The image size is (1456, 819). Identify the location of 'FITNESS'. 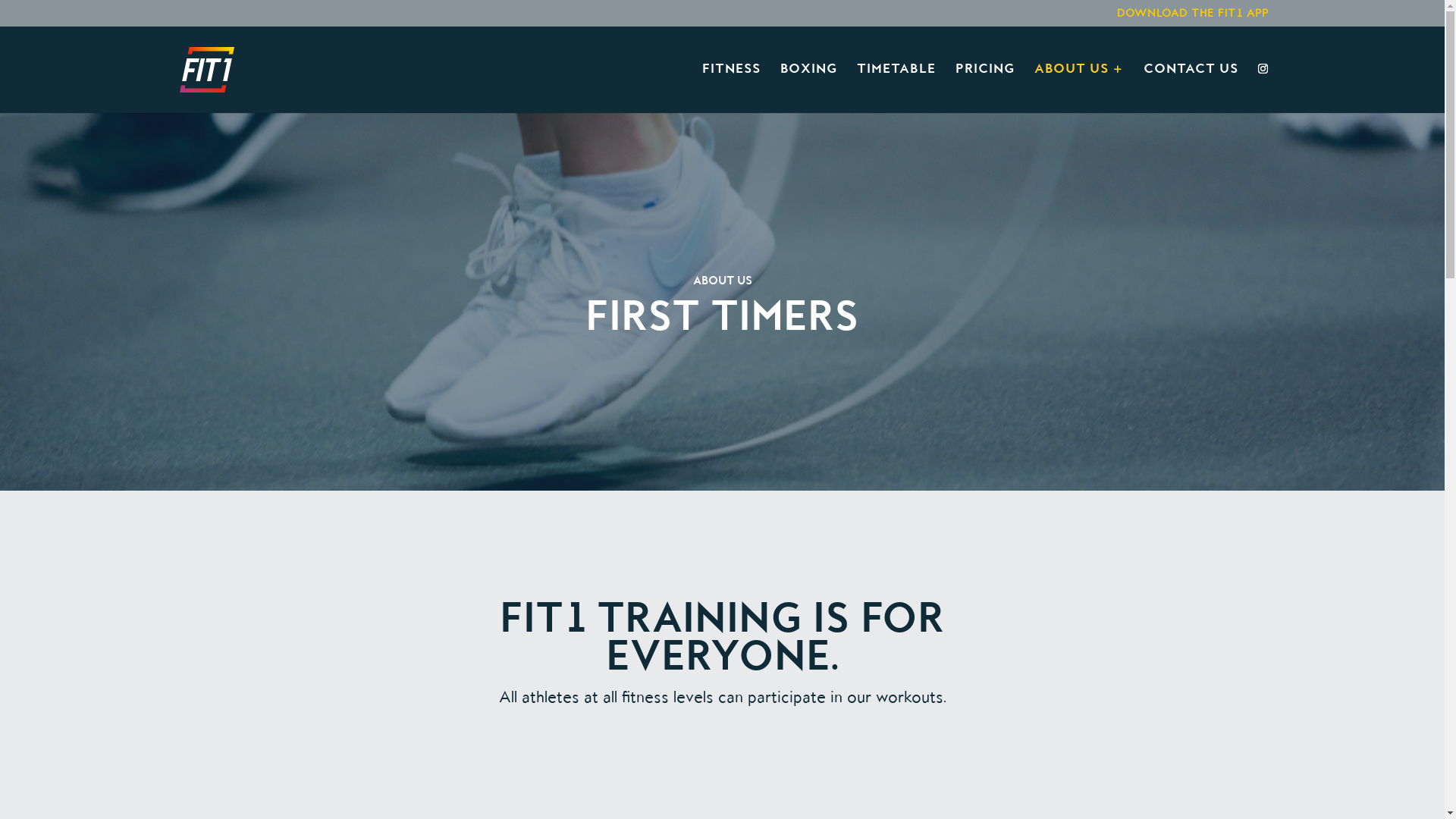
(701, 88).